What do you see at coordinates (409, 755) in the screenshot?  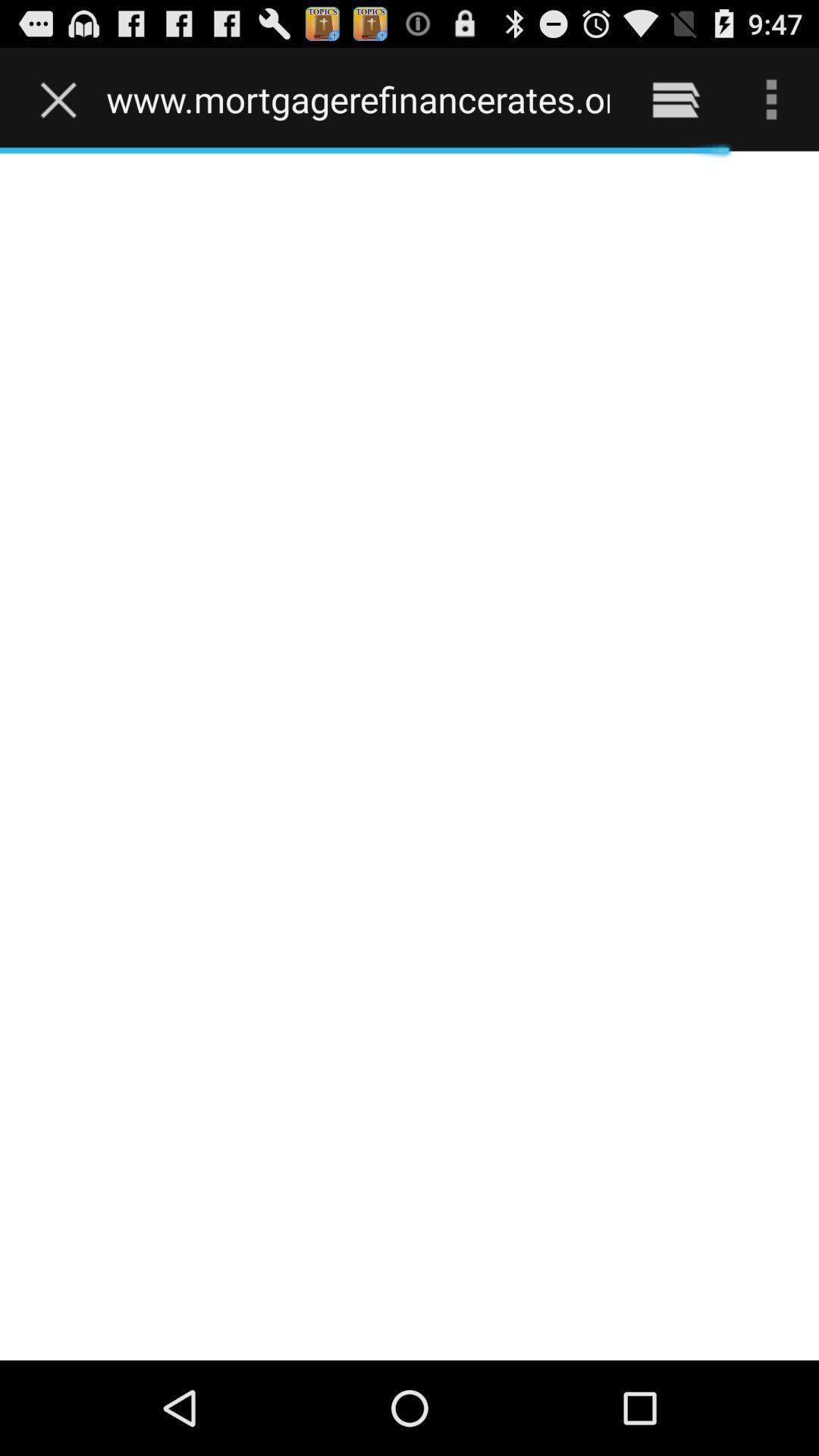 I see `the item at the center` at bounding box center [409, 755].